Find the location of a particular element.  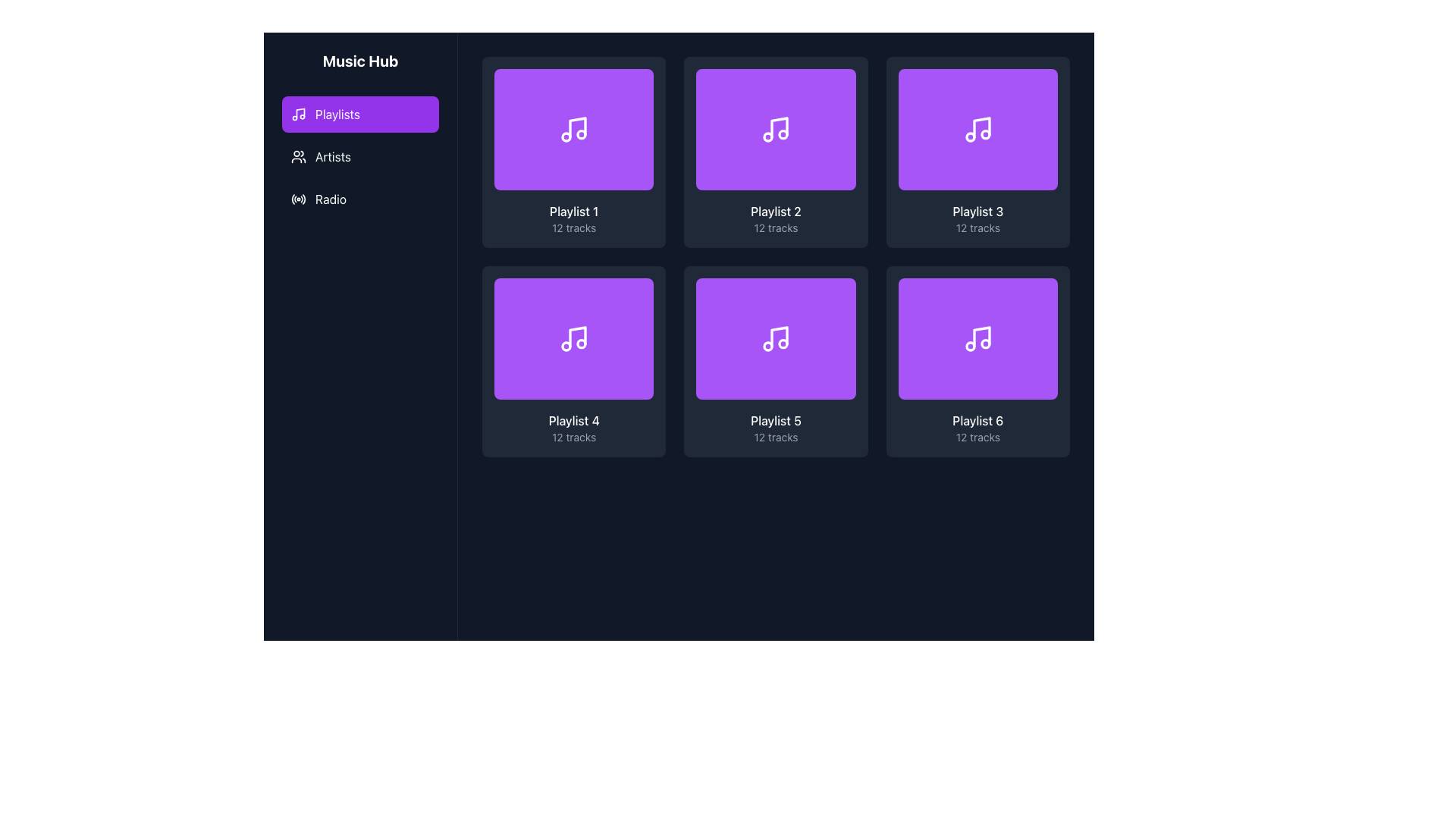

the left circular component of the music note icon on the 'Playlist 6' card located in the third row and second column of the playlist grid is located at coordinates (969, 346).